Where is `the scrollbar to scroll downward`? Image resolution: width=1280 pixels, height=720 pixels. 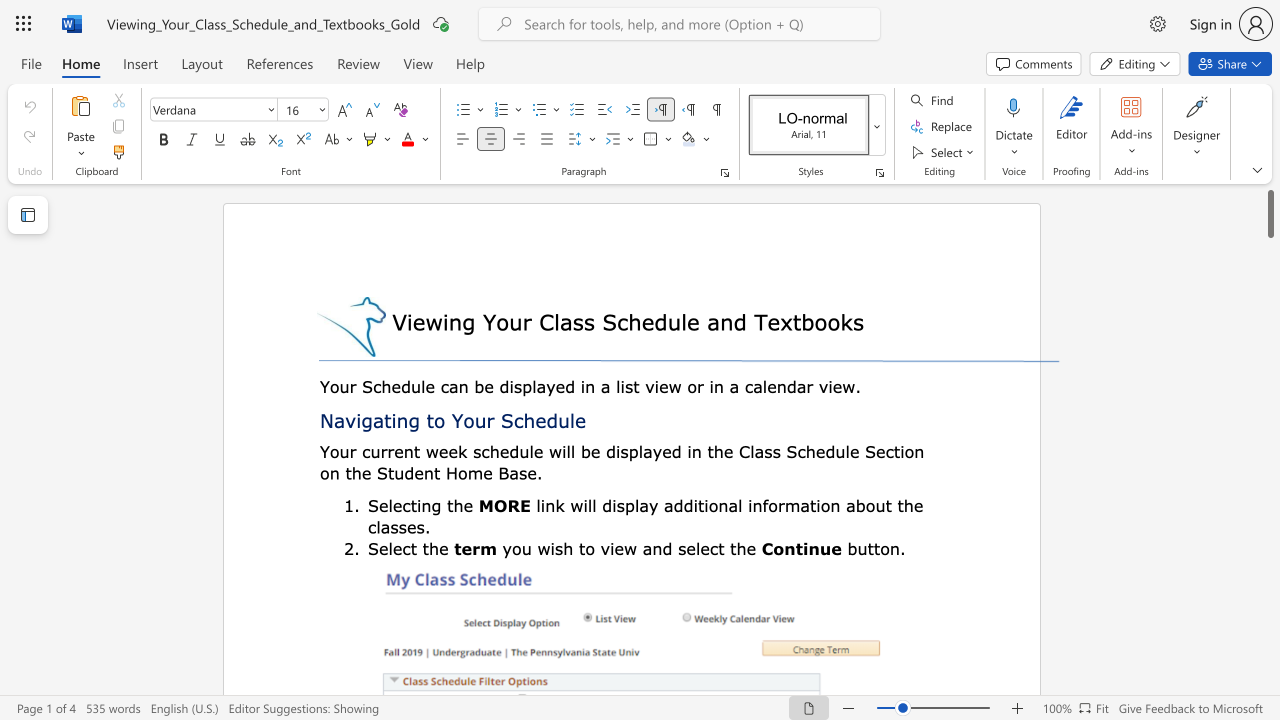
the scrollbar to scroll downward is located at coordinates (1269, 408).